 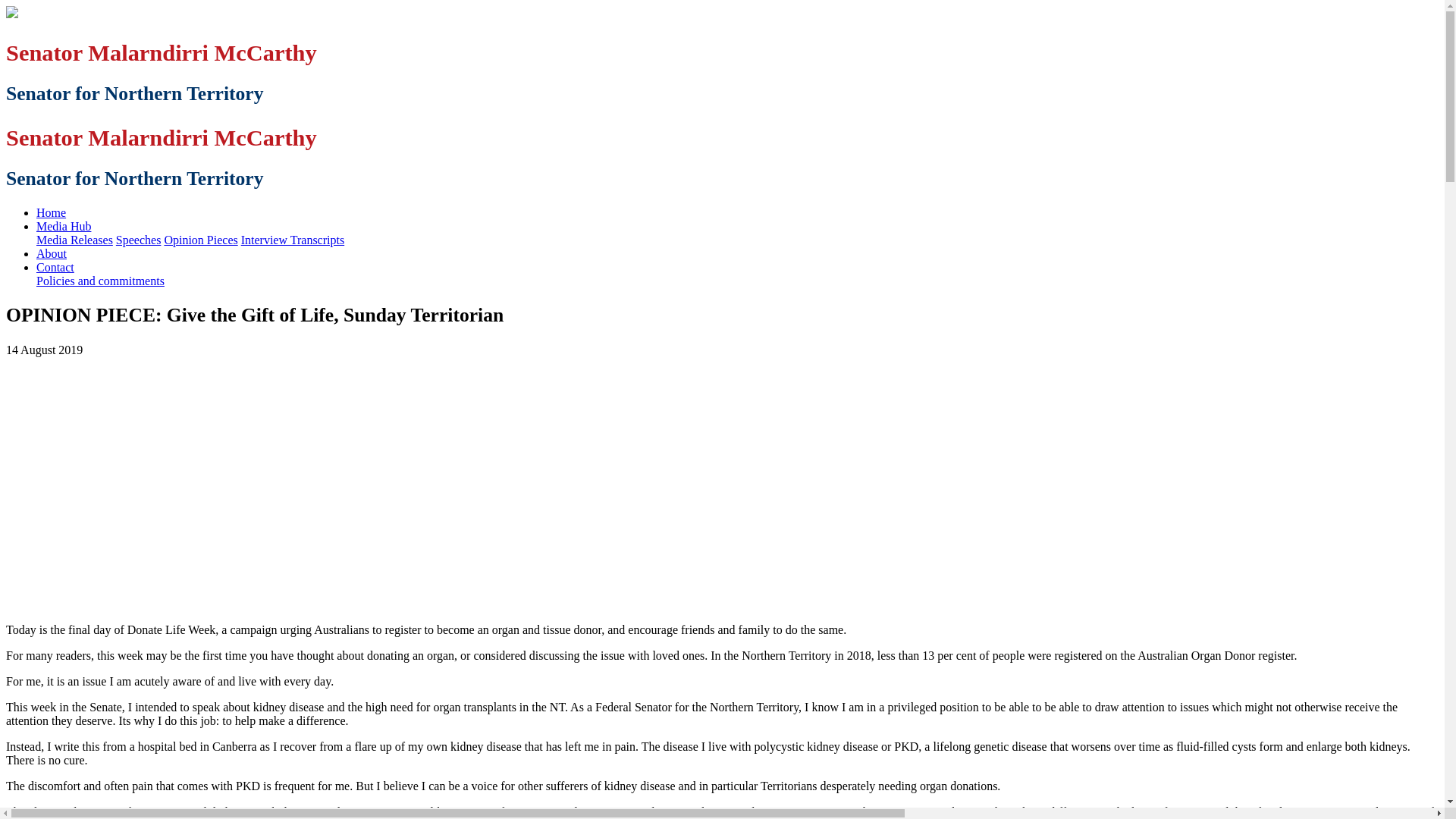 I want to click on 'Speeches', so click(x=138, y=239).